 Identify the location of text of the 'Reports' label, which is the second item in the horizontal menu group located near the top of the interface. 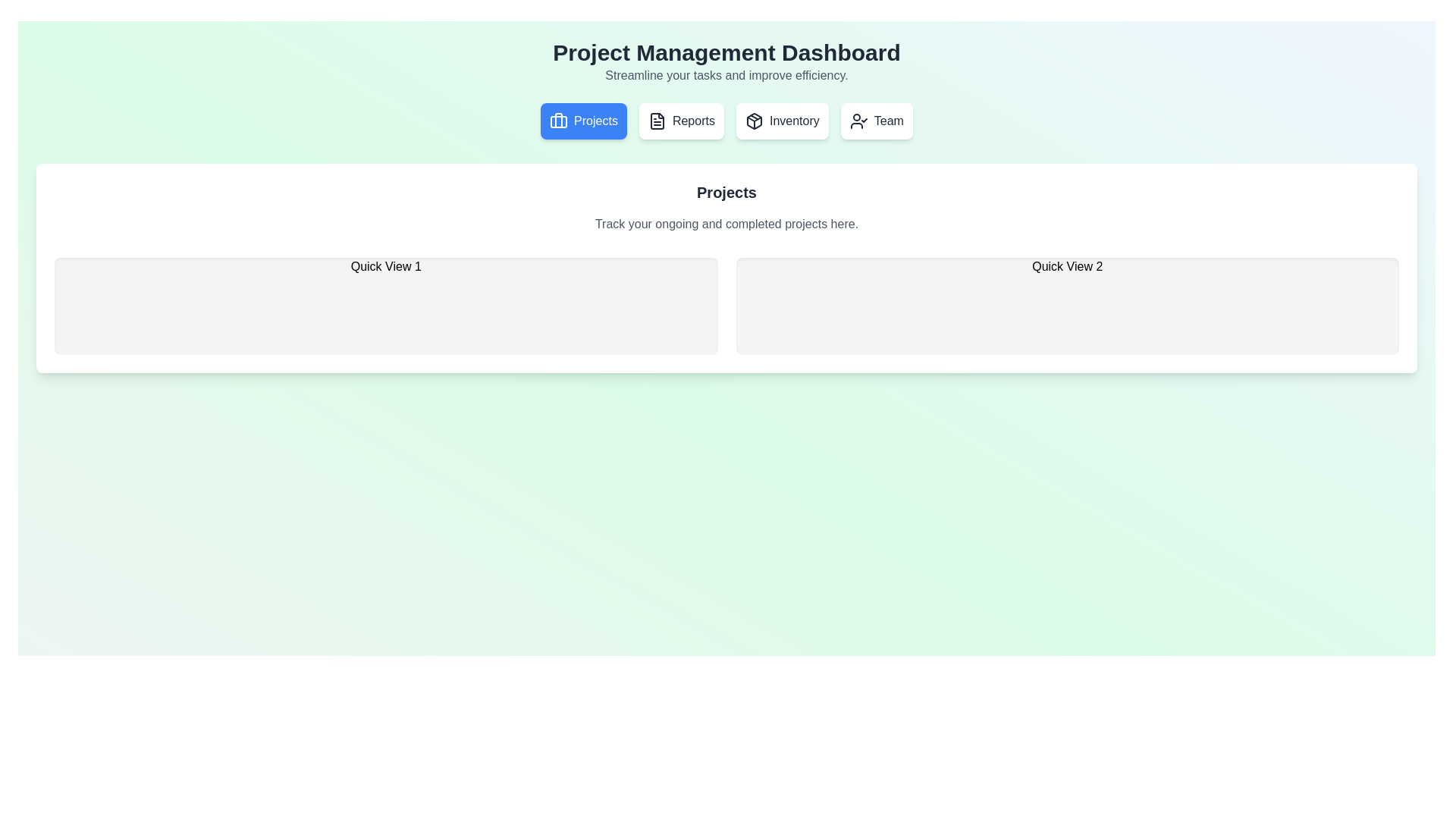
(692, 120).